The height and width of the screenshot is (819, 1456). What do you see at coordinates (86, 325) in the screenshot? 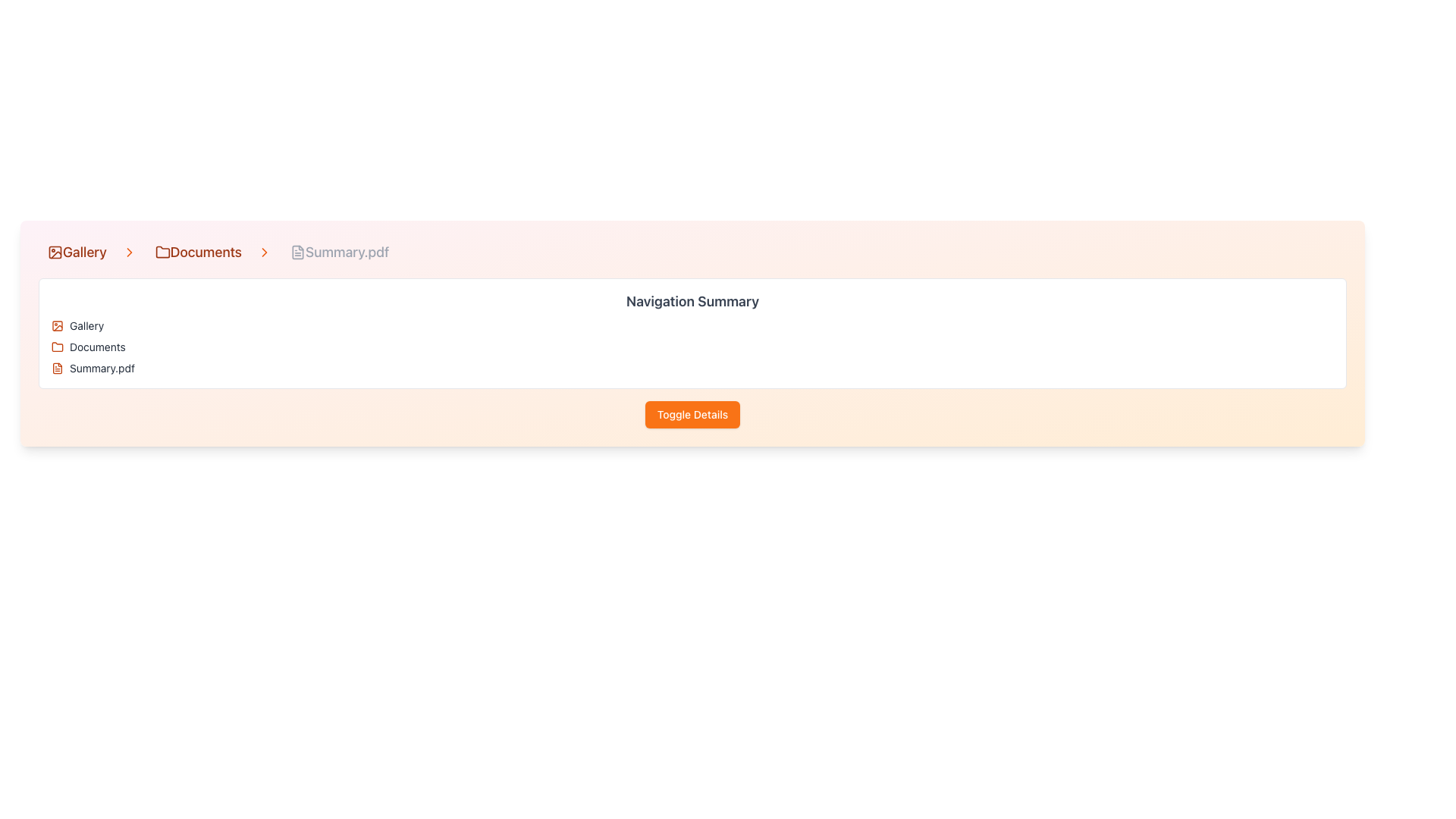
I see `text label indicating the name of the 'Gallery' item, which is positioned at the top-left of the content list` at bounding box center [86, 325].